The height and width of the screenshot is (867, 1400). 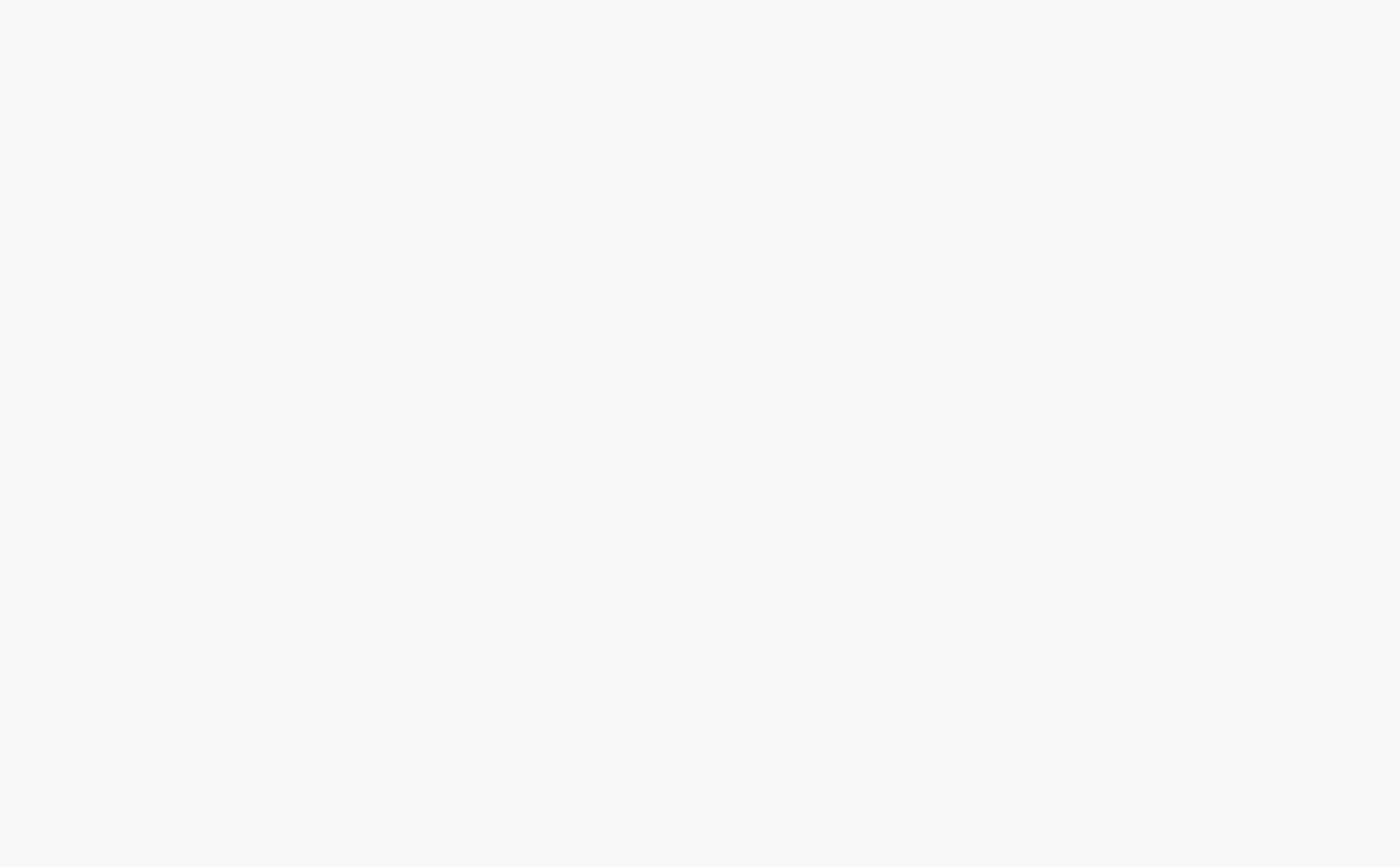 I want to click on 'Random Posts', so click(x=272, y=342).